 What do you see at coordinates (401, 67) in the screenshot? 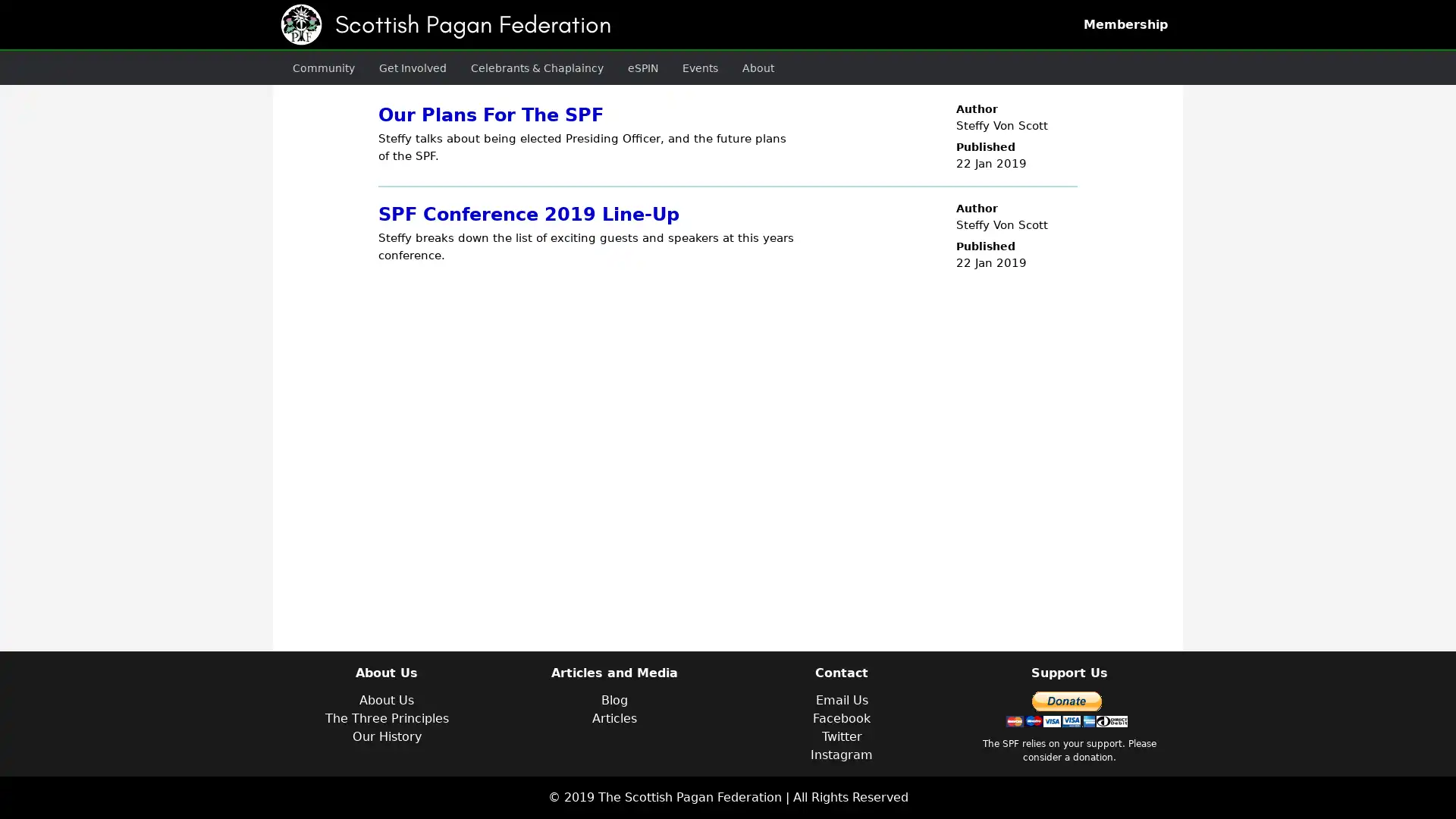
I see `Get Involved` at bounding box center [401, 67].